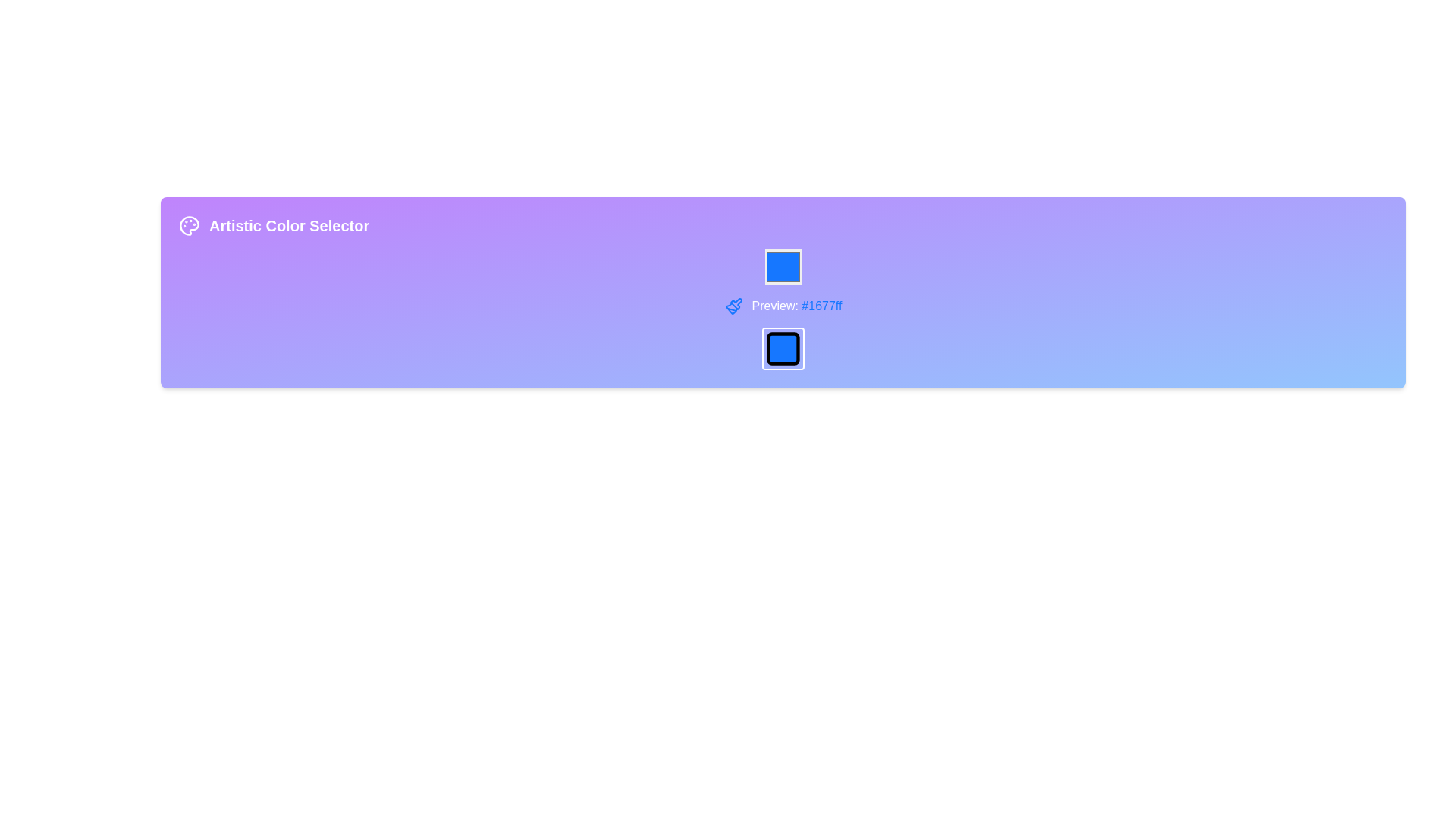  Describe the element at coordinates (783, 225) in the screenshot. I see `the 'Artistic Color Selector' header text label` at that location.